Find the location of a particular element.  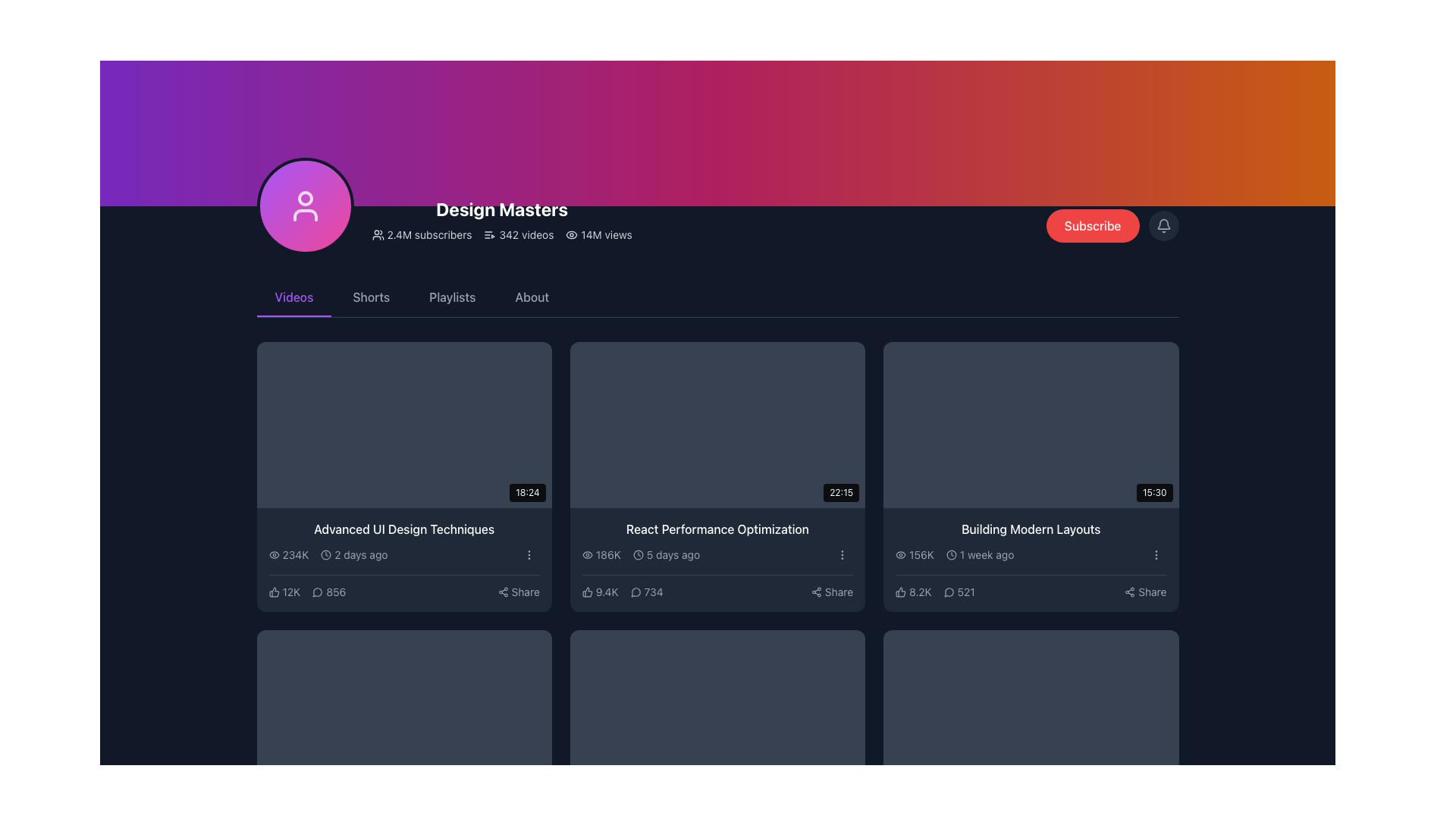

the interactive numeric display component showing the number of comments is located at coordinates (959, 591).